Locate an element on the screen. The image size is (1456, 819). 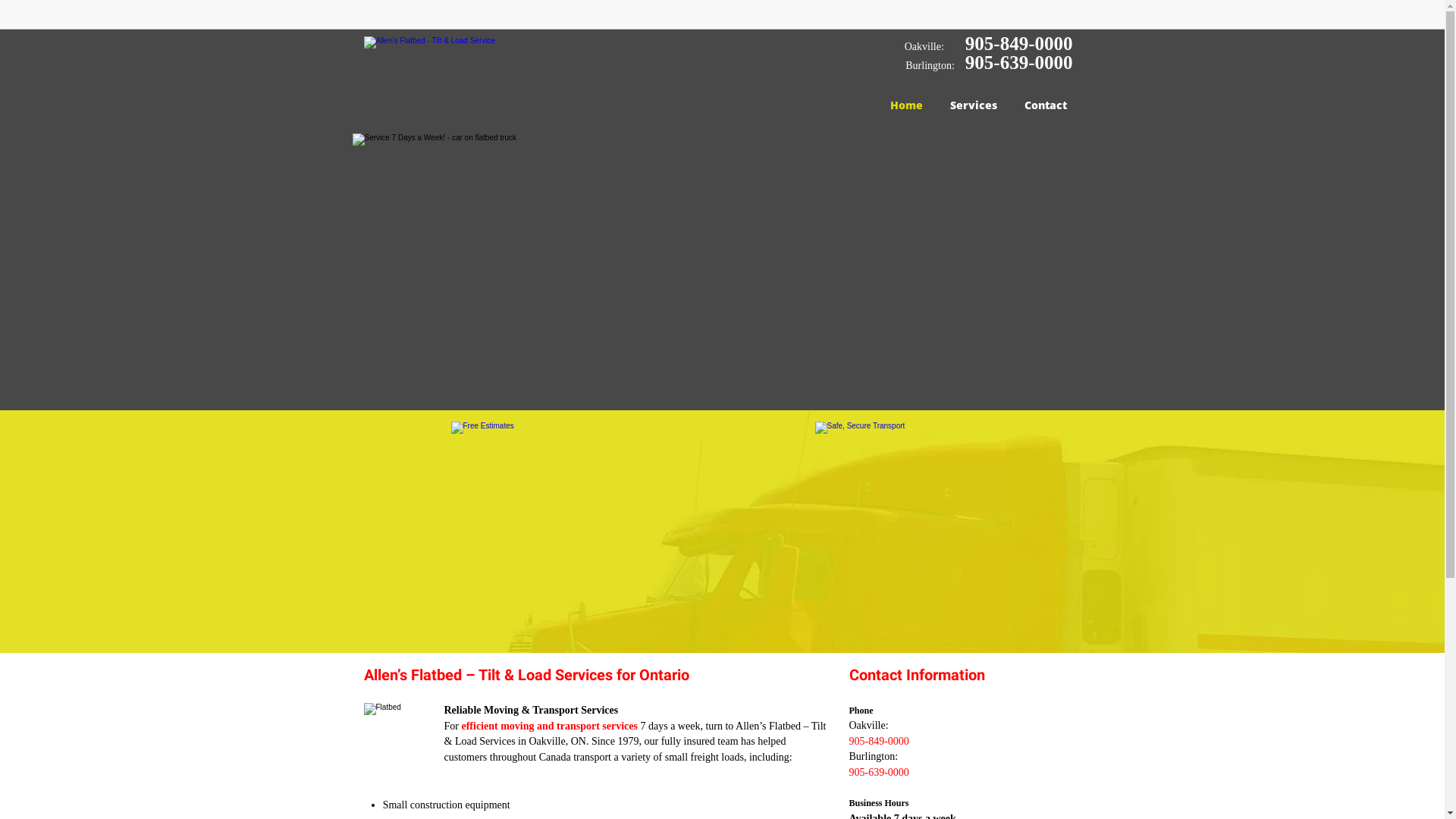
'Services' is located at coordinates (972, 104).